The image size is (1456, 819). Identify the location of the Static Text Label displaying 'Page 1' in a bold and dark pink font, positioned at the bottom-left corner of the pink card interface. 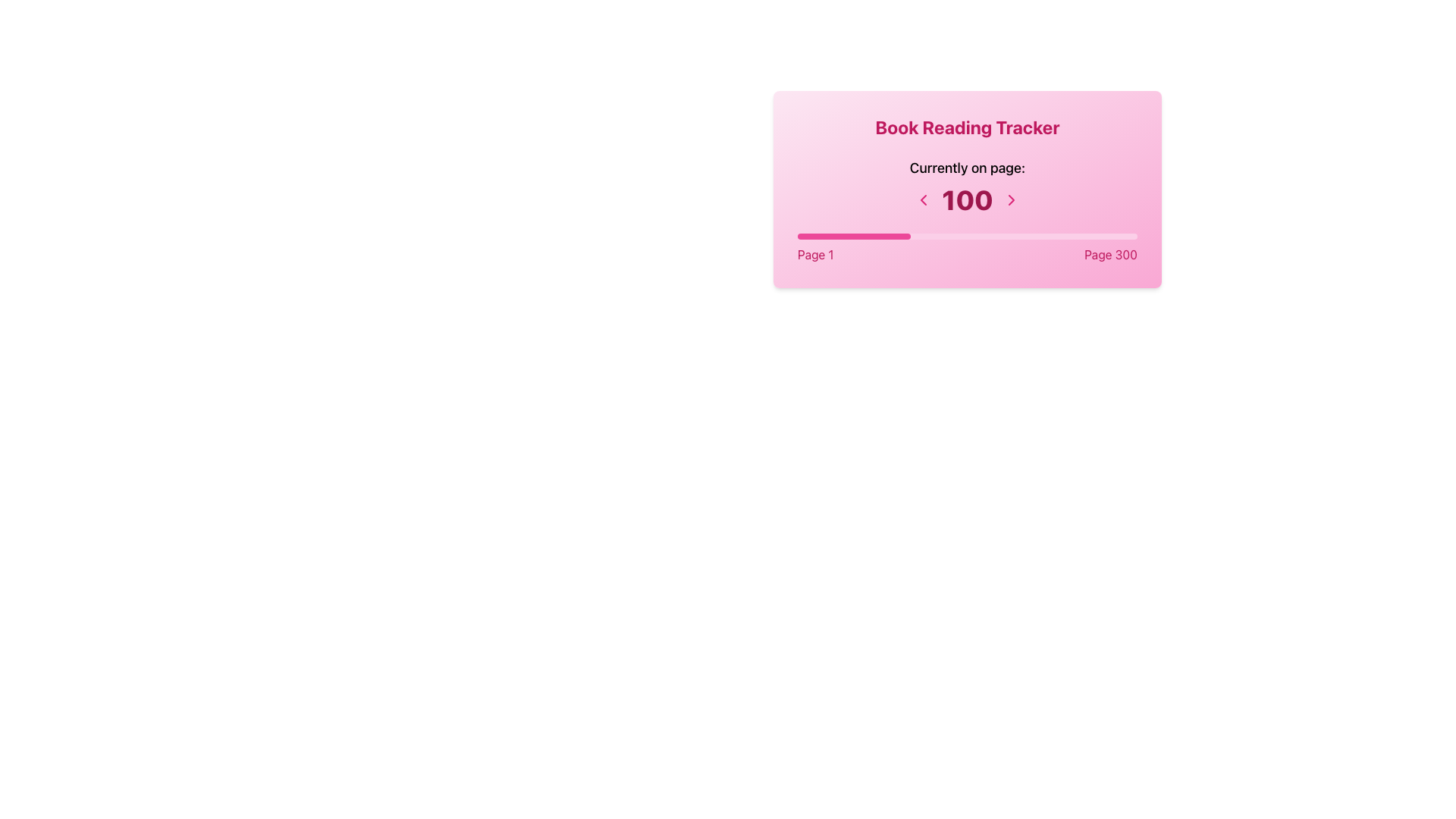
(814, 253).